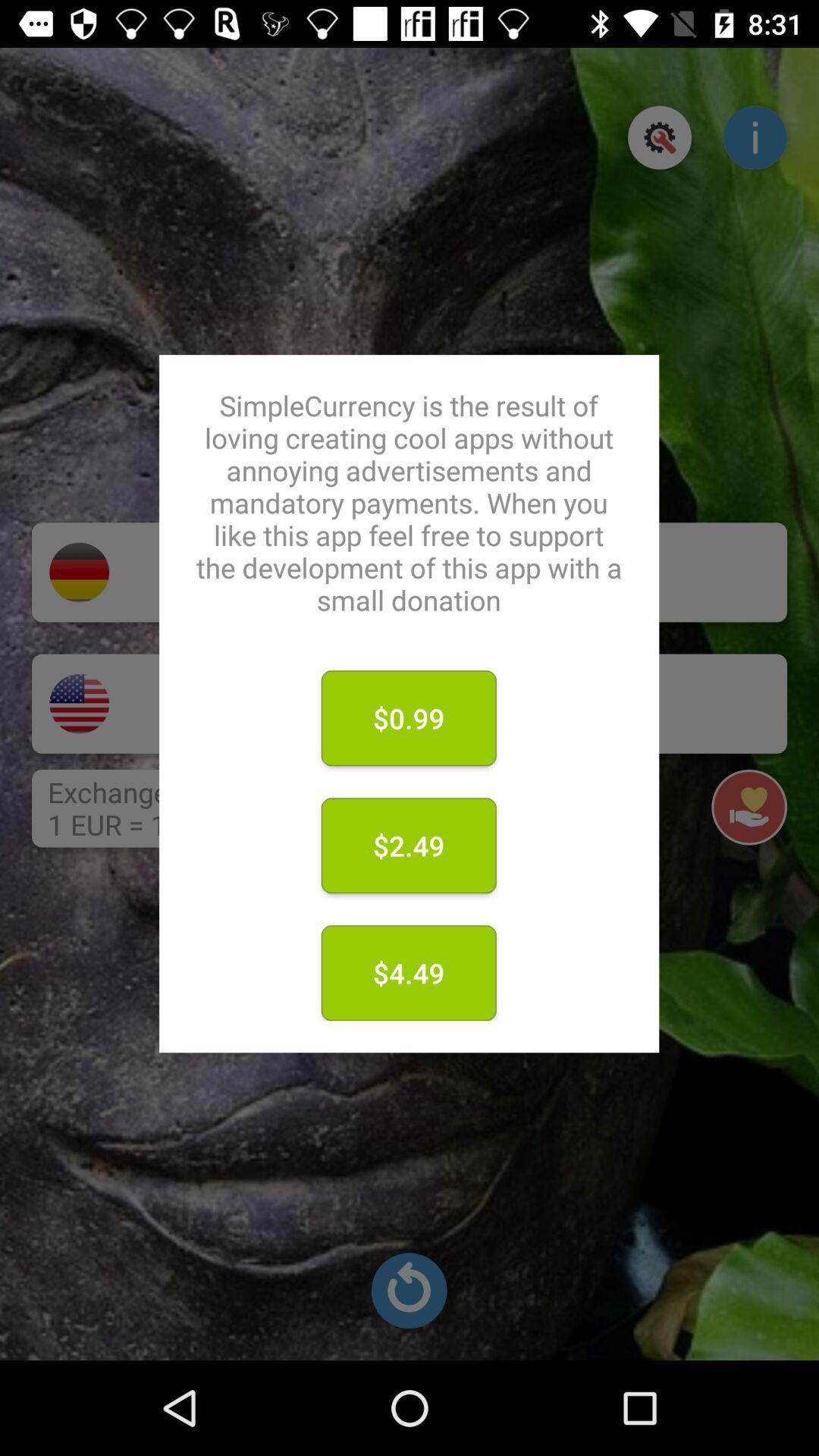  What do you see at coordinates (79, 703) in the screenshot?
I see `country currency symbol` at bounding box center [79, 703].